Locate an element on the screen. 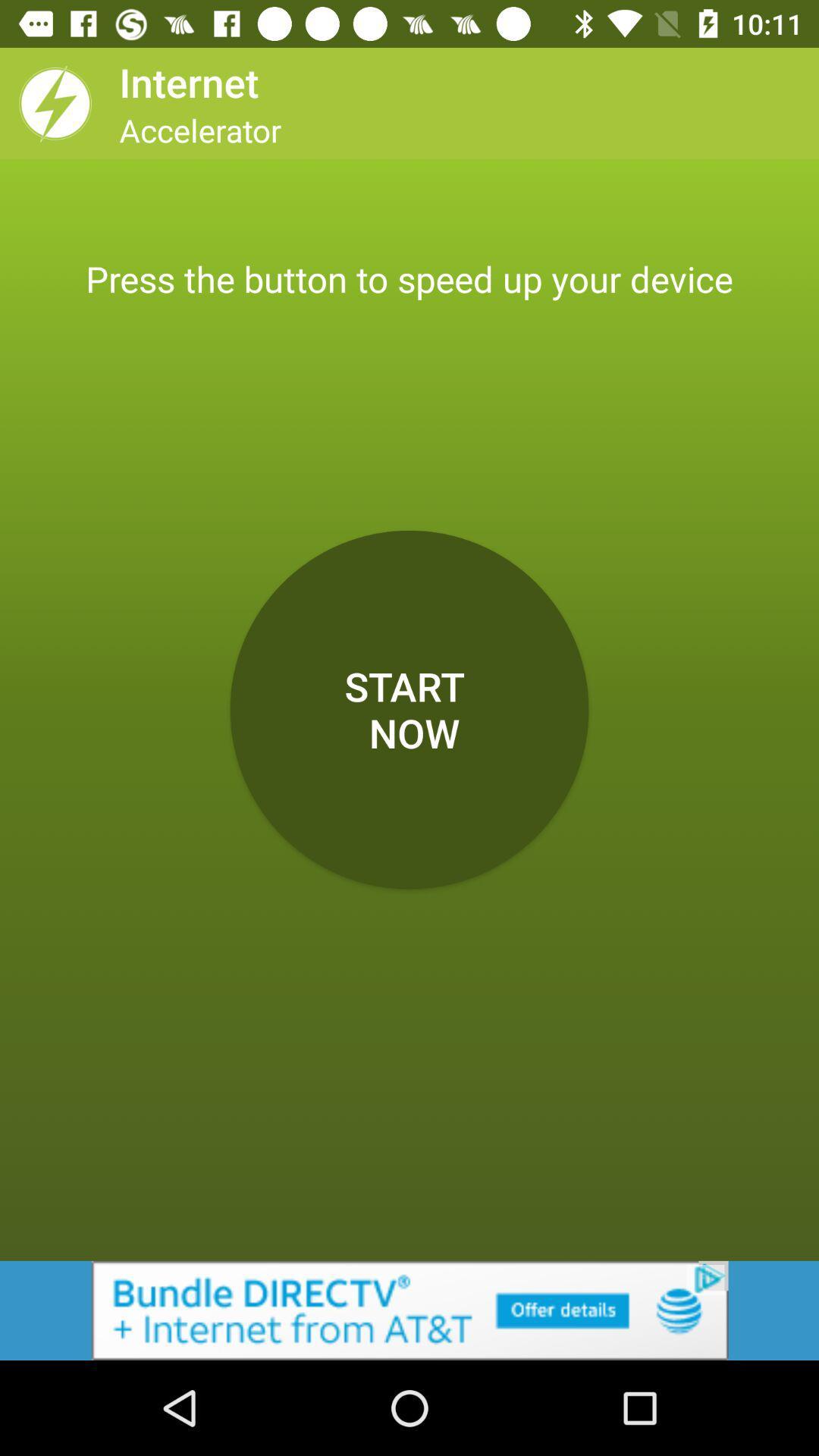 The height and width of the screenshot is (1456, 819). advertisement for at+t is located at coordinates (409, 1310).